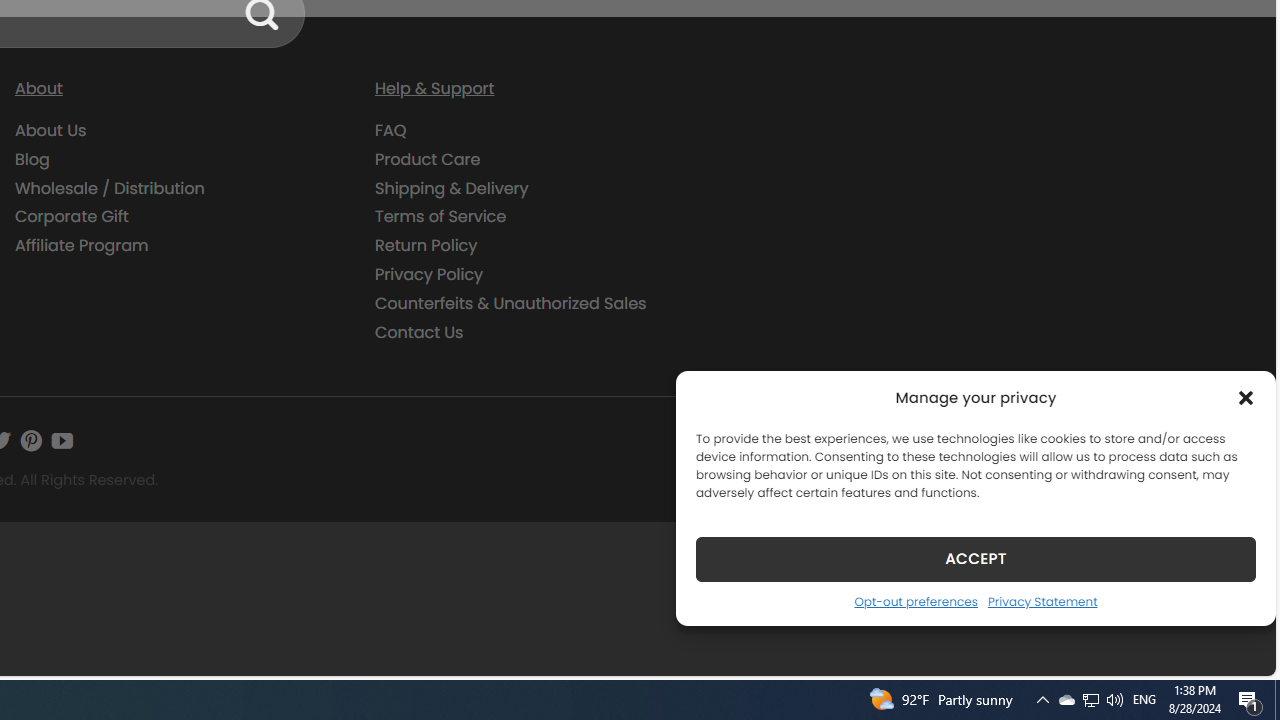 This screenshot has height=720, width=1280. I want to click on 'Terms of Service', so click(540, 216).